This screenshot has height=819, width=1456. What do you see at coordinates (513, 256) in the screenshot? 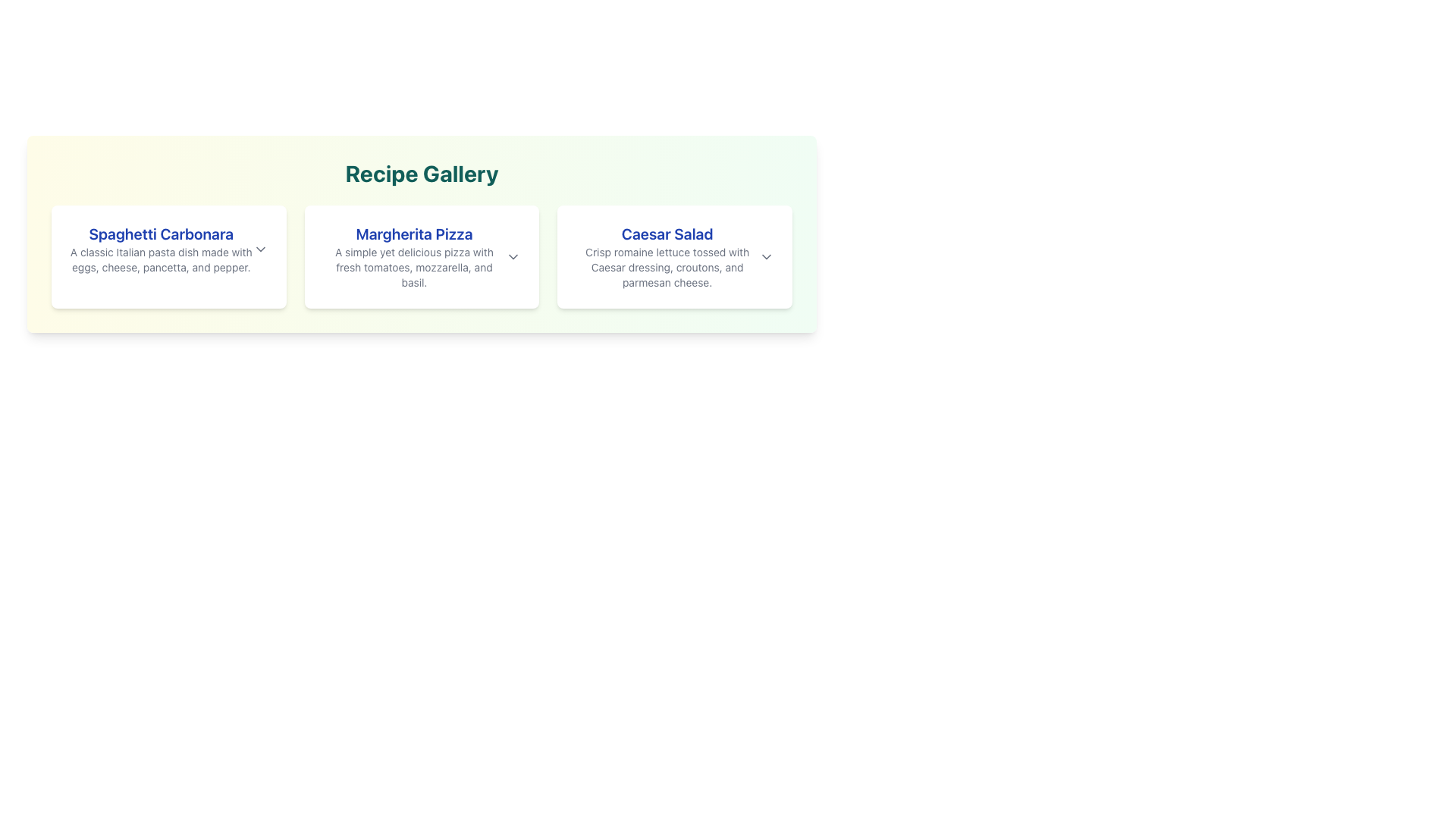
I see `the dropdown activator icon located on the right side of the 'Margherita Pizza' section` at bounding box center [513, 256].